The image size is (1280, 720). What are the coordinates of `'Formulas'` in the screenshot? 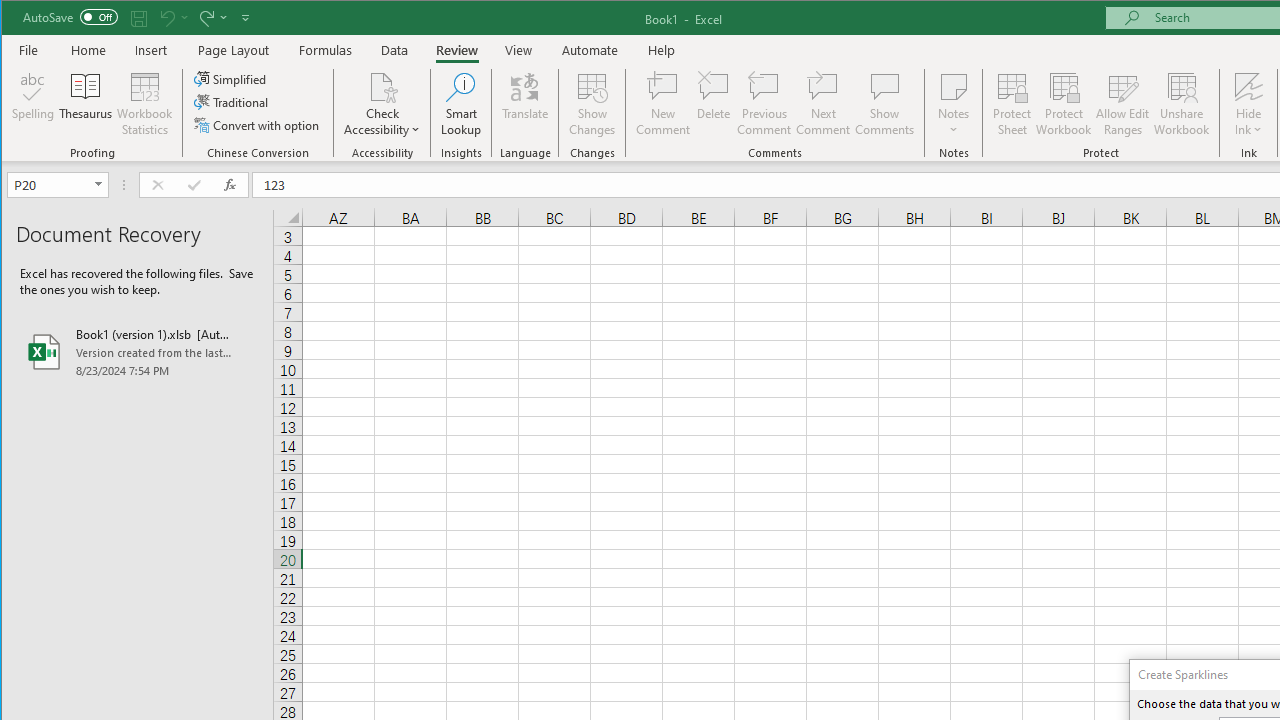 It's located at (326, 49).